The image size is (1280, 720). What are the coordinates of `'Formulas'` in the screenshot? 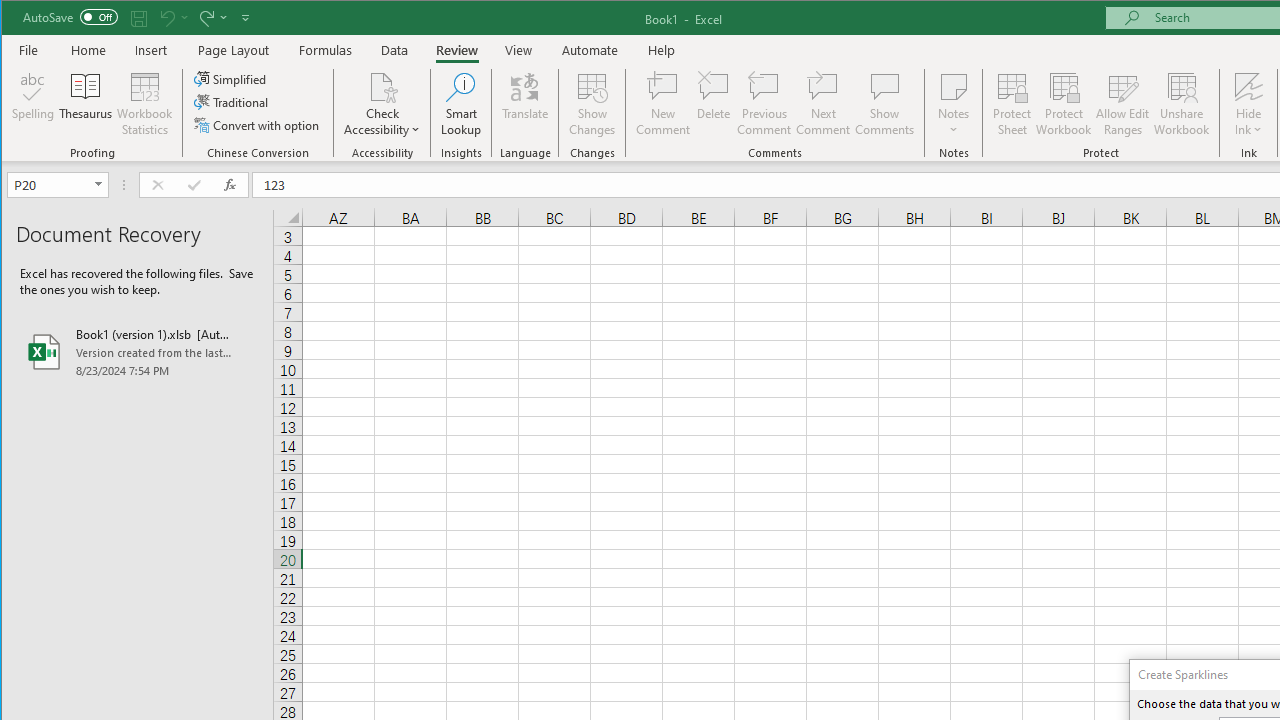 It's located at (326, 49).